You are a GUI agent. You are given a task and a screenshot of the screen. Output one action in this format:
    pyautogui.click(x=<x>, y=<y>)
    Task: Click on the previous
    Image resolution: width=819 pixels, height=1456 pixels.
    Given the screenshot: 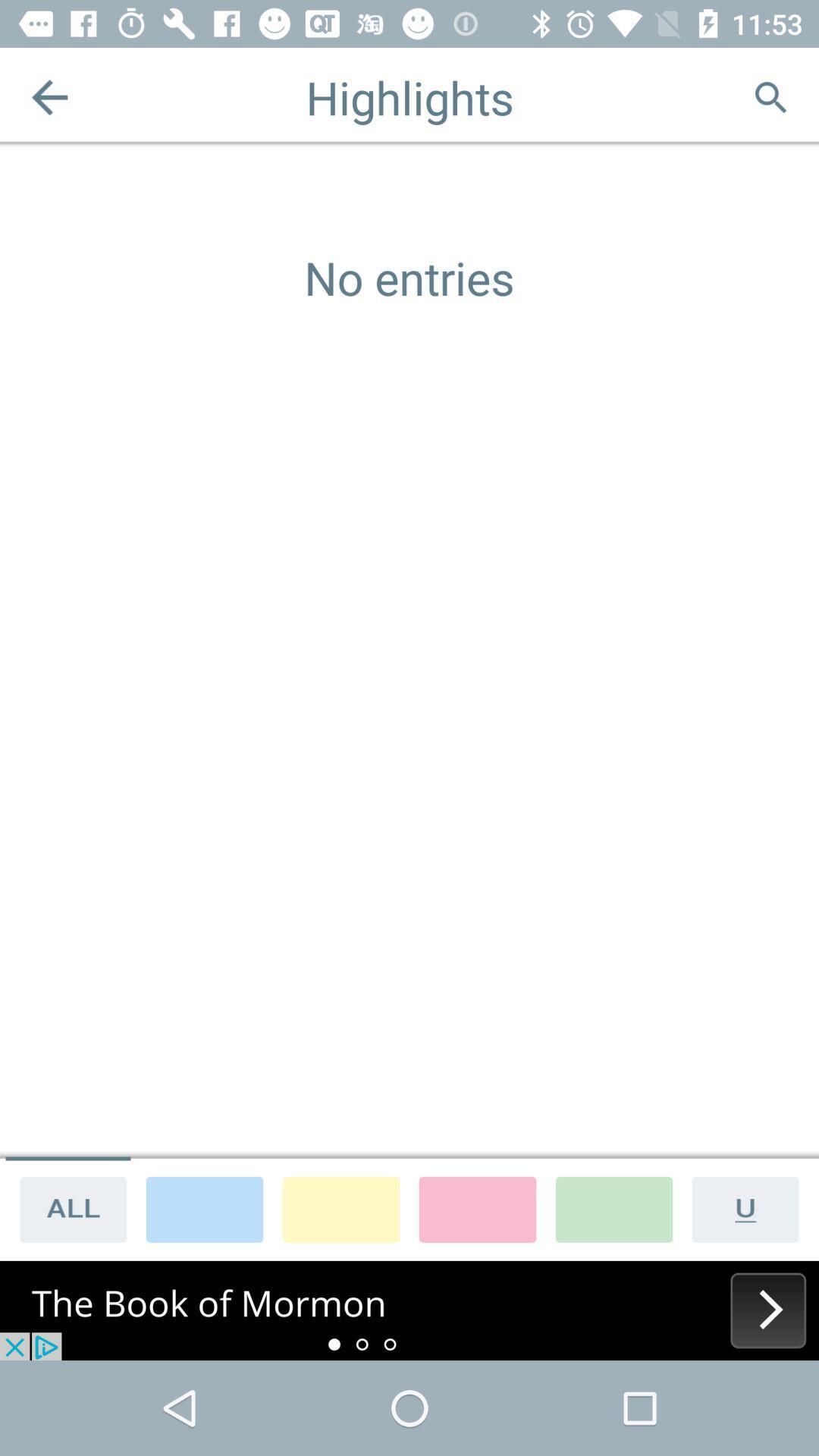 What is the action you would take?
    pyautogui.click(x=49, y=96)
    